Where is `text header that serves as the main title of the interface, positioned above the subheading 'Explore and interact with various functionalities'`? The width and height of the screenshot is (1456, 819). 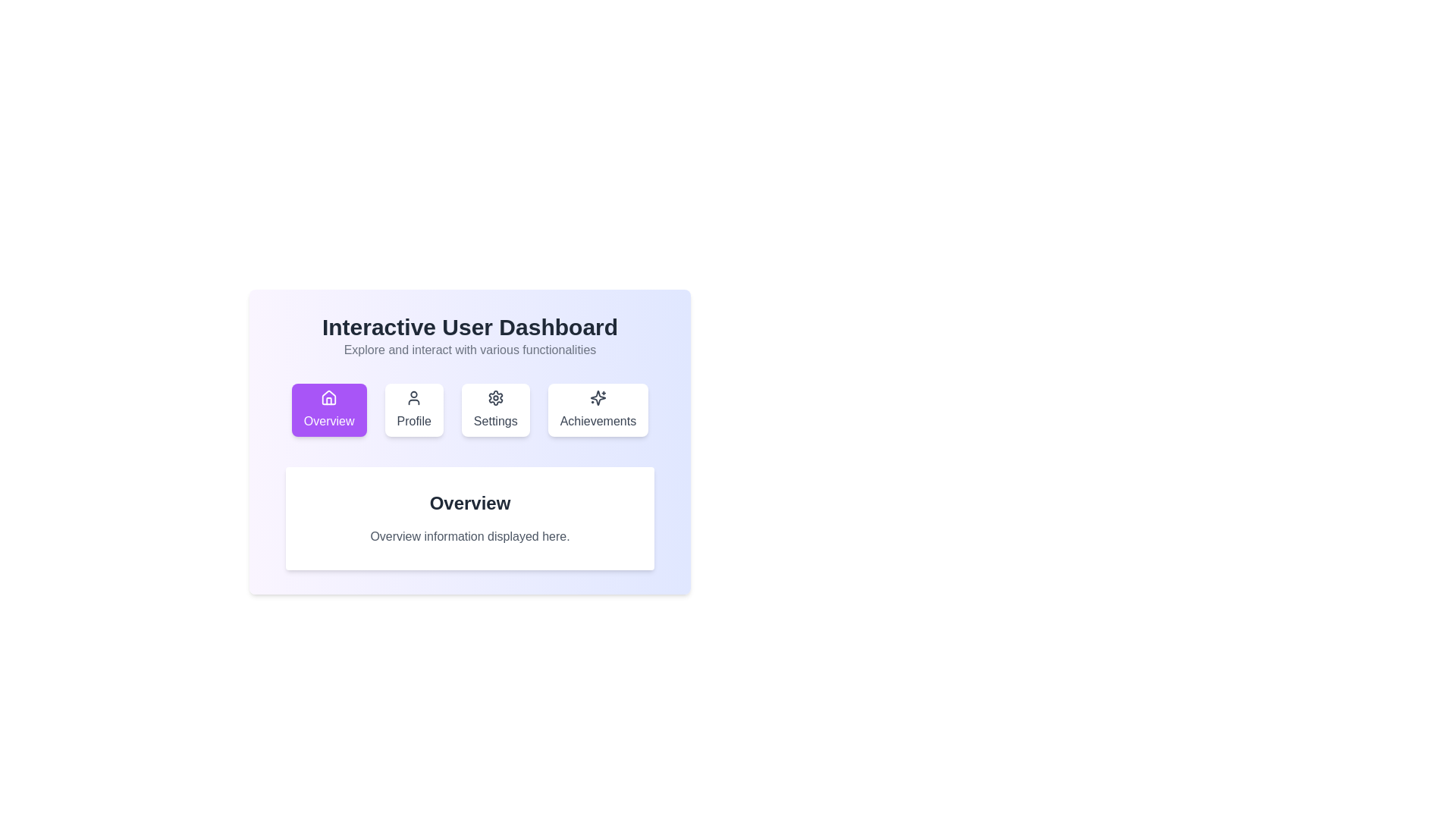 text header that serves as the main title of the interface, positioned above the subheading 'Explore and interact with various functionalities' is located at coordinates (469, 327).